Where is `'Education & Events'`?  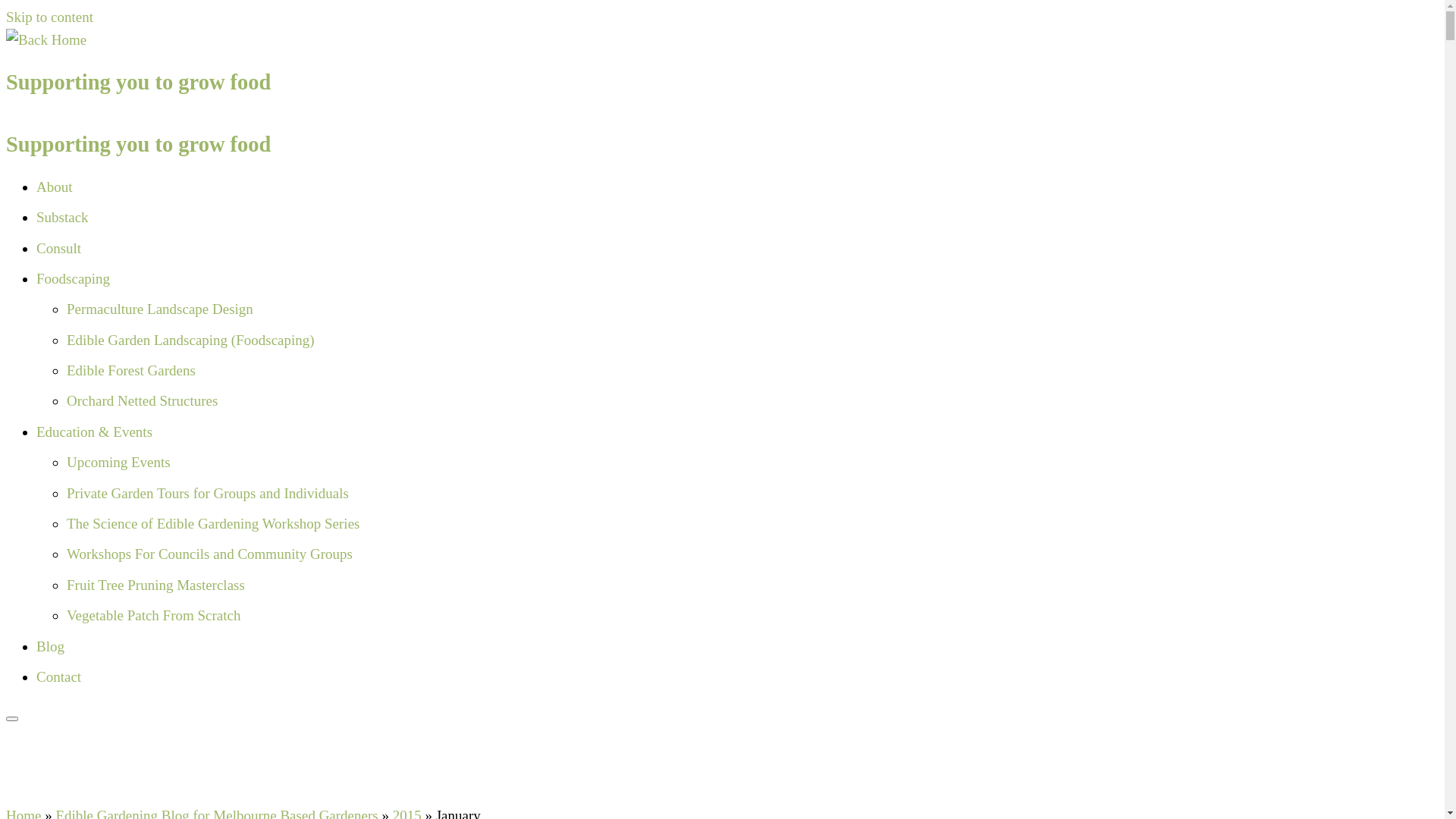
'Education & Events' is located at coordinates (36, 431).